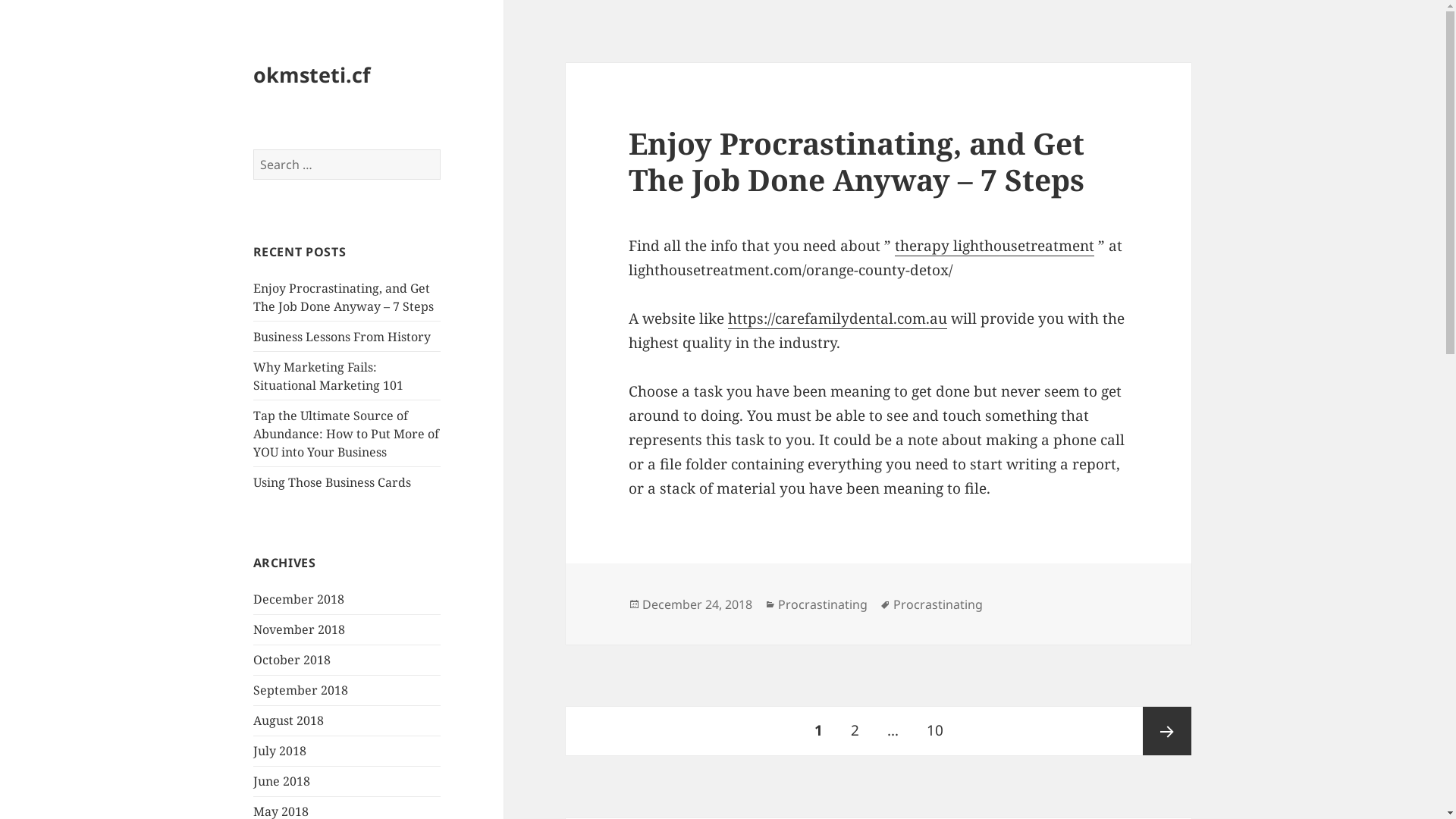 The height and width of the screenshot is (819, 1456). What do you see at coordinates (291, 659) in the screenshot?
I see `'October 2018'` at bounding box center [291, 659].